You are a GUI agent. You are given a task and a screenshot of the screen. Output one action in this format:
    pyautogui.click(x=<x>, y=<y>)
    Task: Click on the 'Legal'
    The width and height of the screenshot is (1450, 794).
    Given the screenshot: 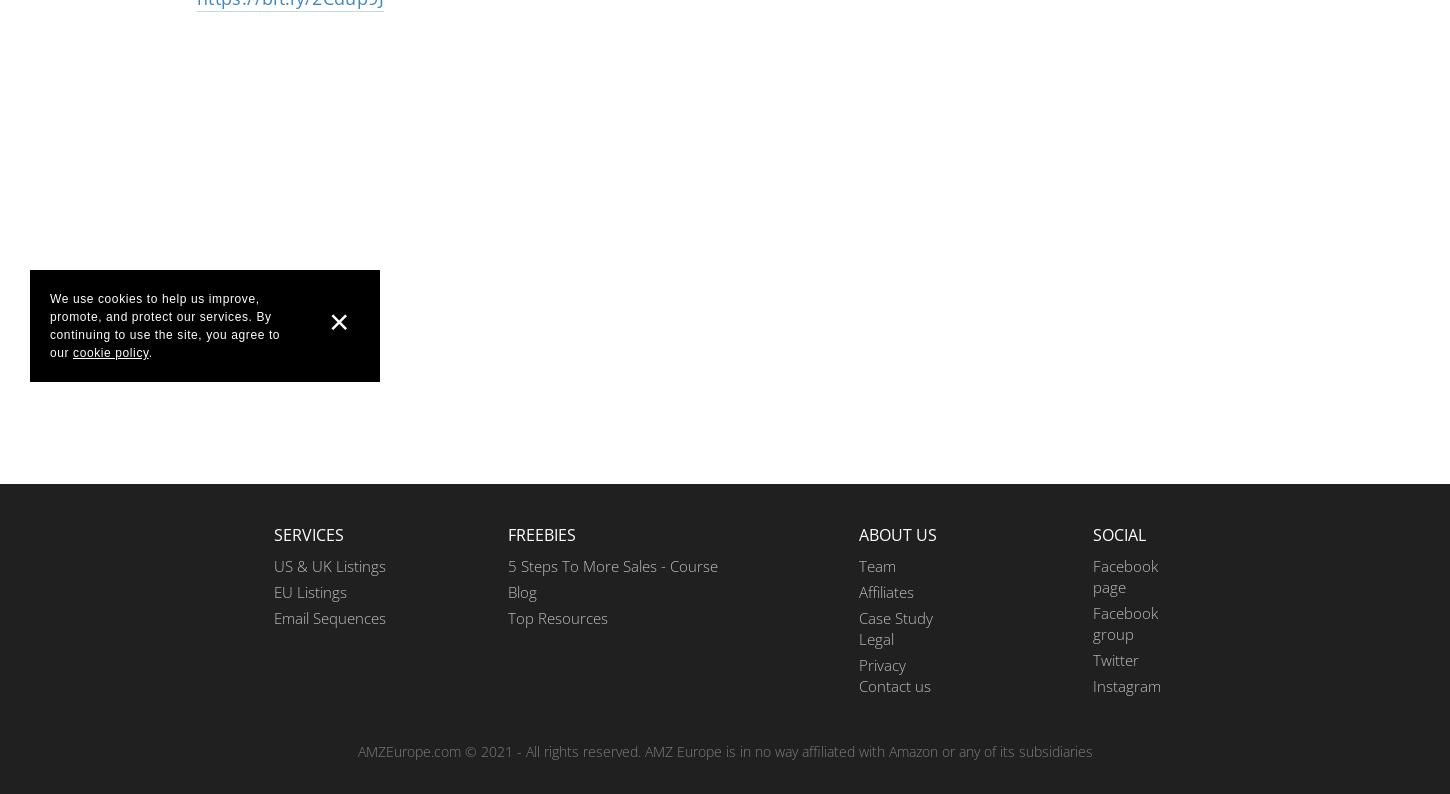 What is the action you would take?
    pyautogui.click(x=875, y=638)
    